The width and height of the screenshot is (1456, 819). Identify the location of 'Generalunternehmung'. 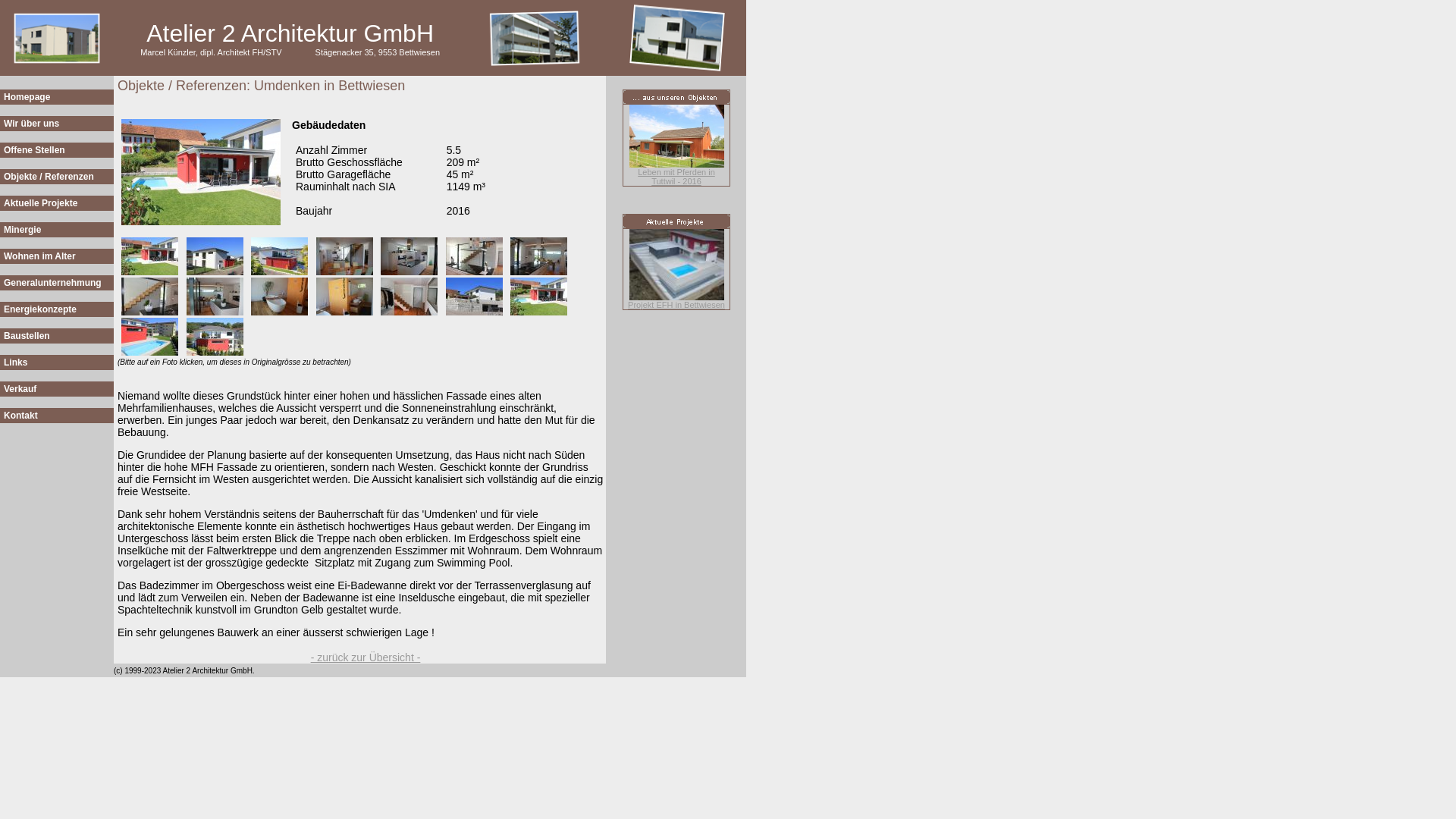
(52, 283).